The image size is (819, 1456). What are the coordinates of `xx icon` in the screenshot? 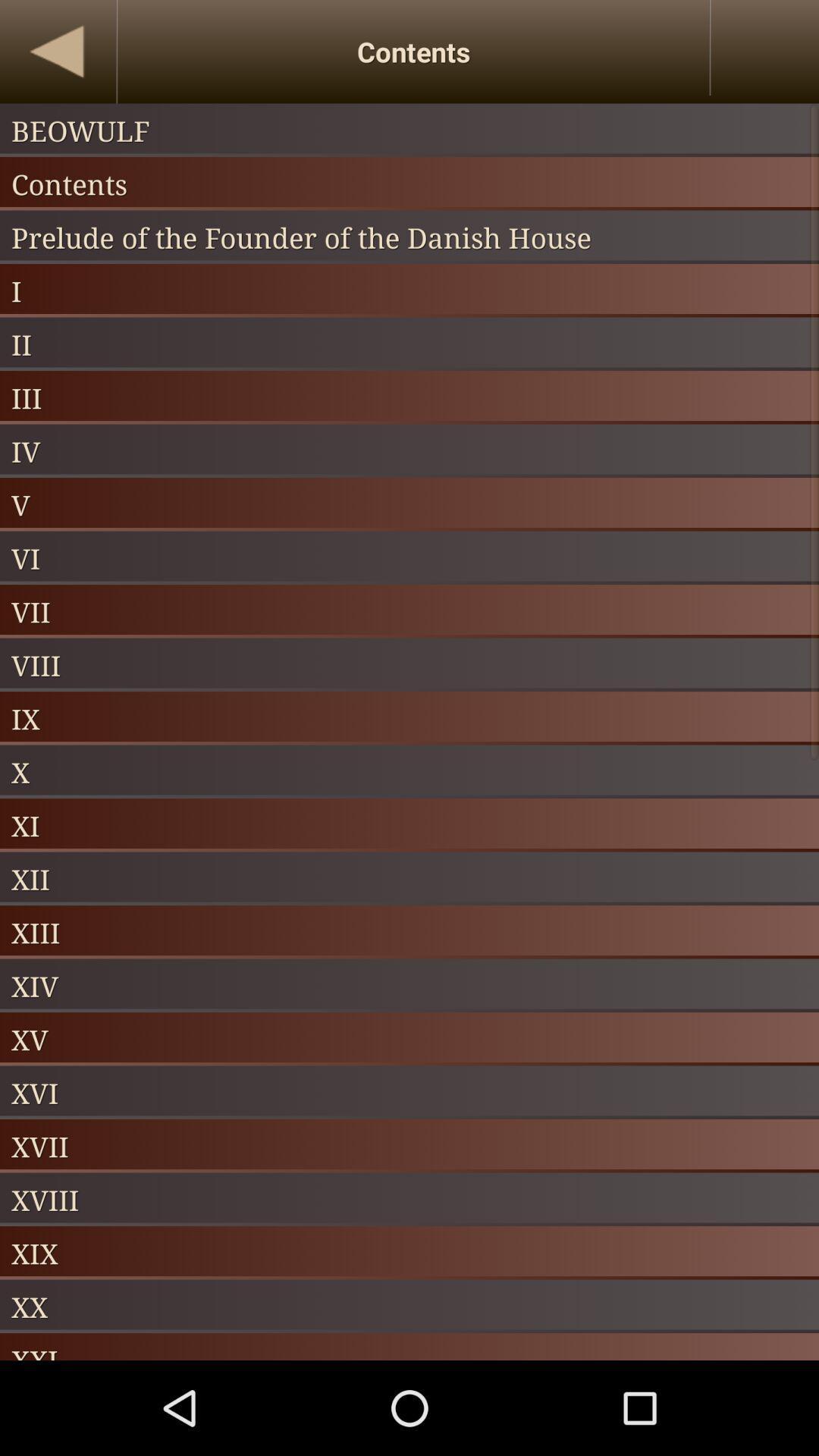 It's located at (409, 1306).